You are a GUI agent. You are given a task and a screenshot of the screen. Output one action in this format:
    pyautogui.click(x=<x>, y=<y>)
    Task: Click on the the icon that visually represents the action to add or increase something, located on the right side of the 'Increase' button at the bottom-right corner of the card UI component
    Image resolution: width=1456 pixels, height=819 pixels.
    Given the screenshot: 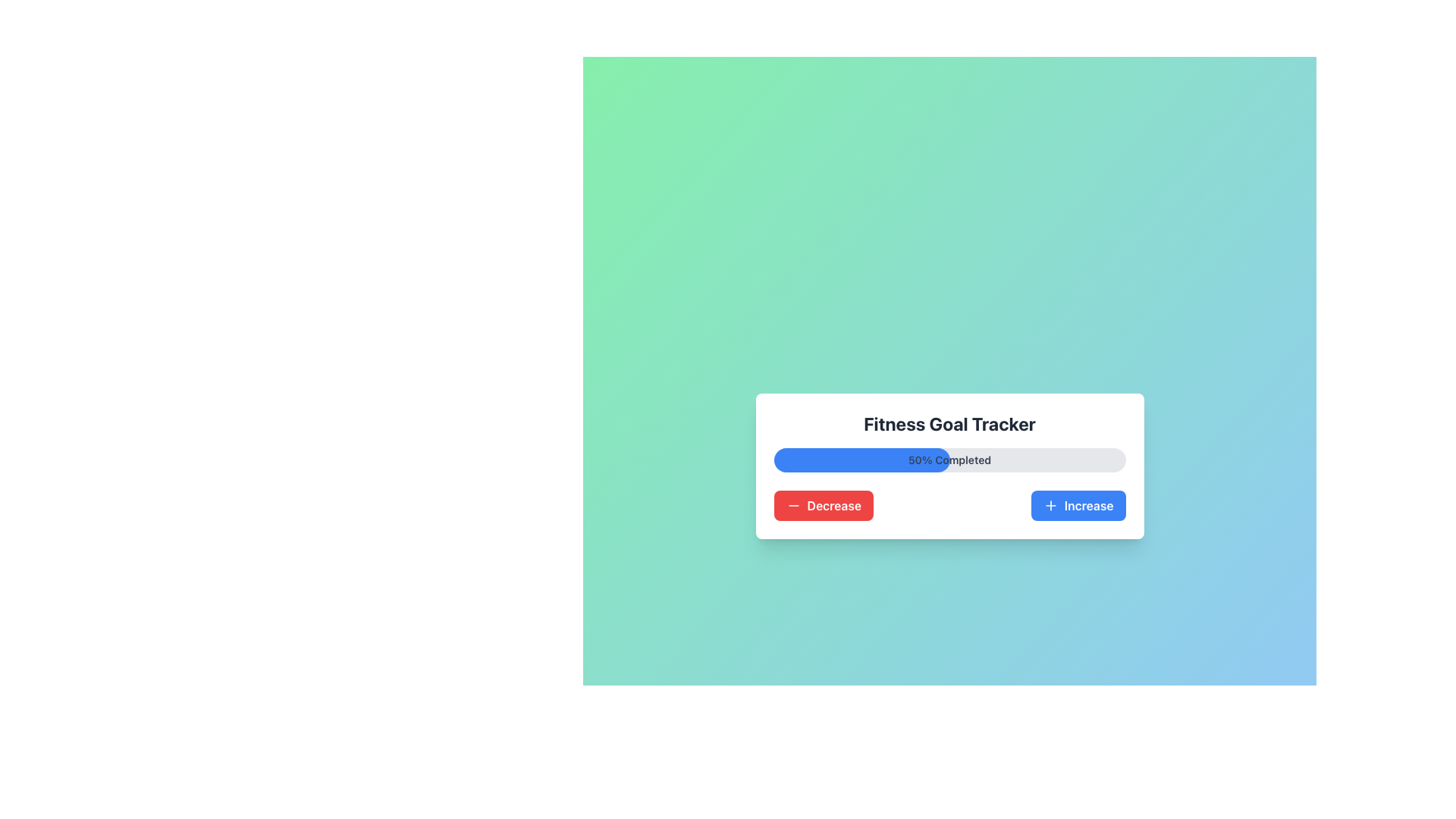 What is the action you would take?
    pyautogui.click(x=1050, y=506)
    